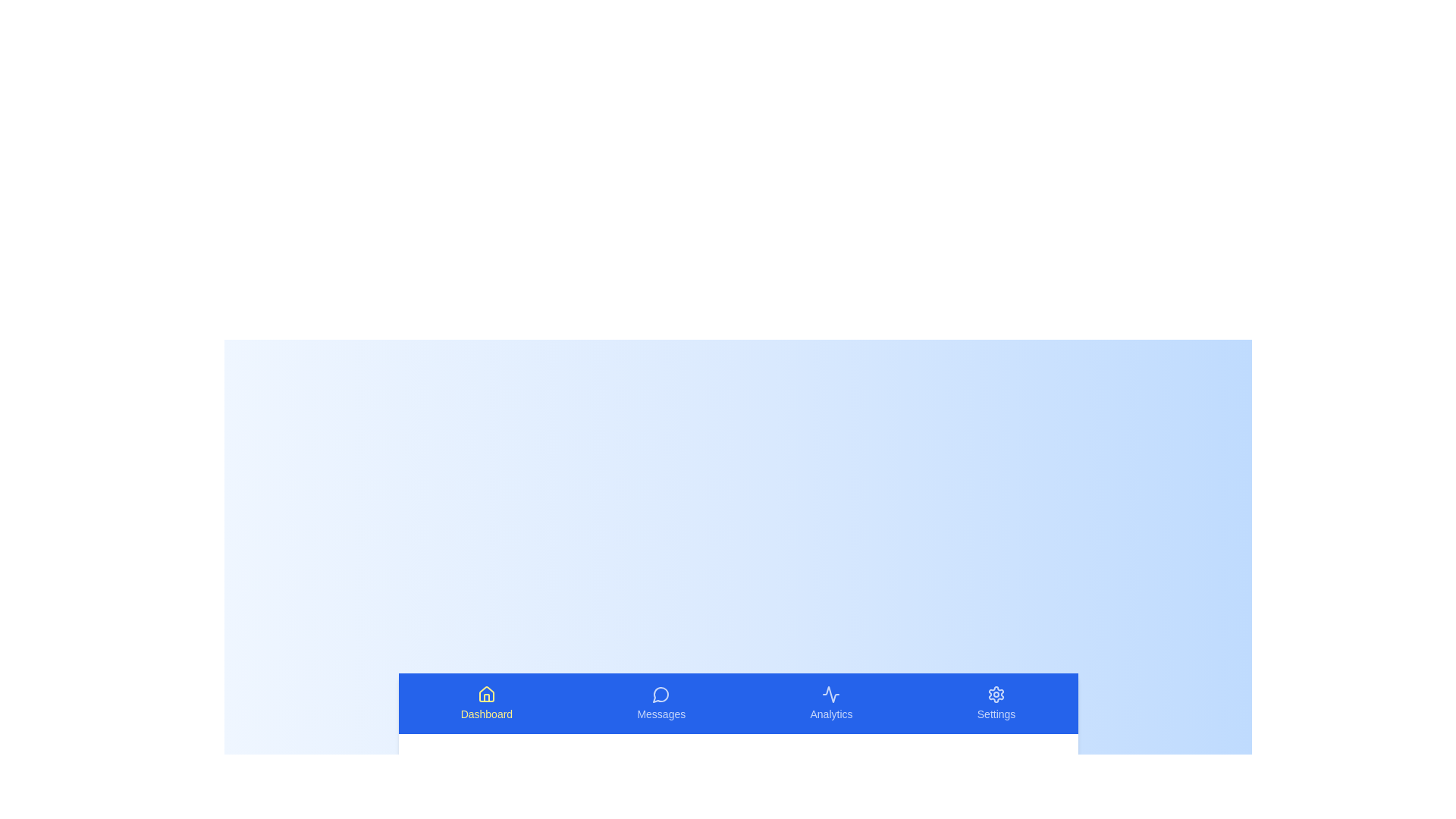  Describe the element at coordinates (661, 704) in the screenshot. I see `the tab labeled 'Messages' to observe the hover effect` at that location.